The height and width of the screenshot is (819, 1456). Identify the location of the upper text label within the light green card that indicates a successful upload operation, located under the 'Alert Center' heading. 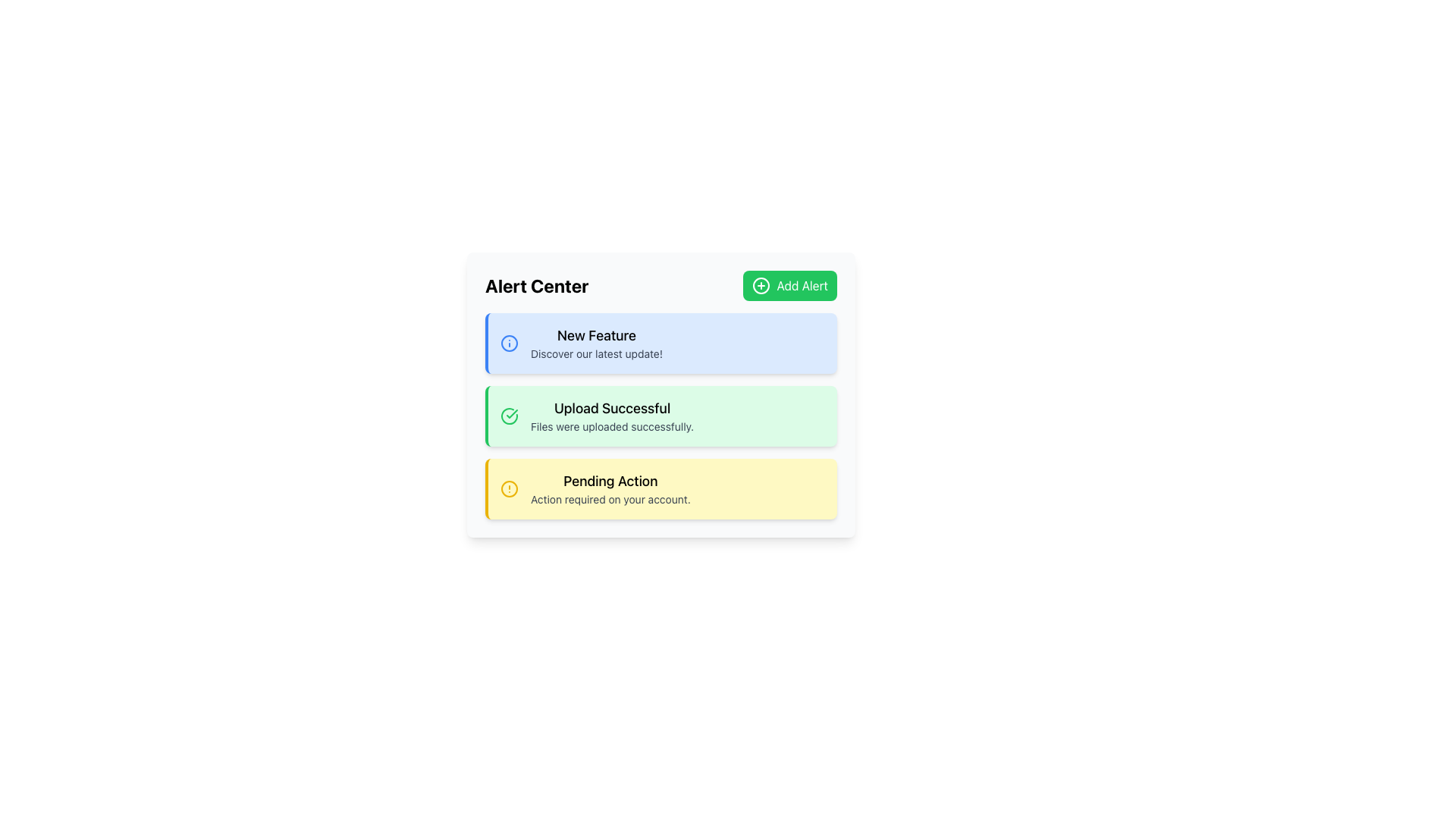
(612, 408).